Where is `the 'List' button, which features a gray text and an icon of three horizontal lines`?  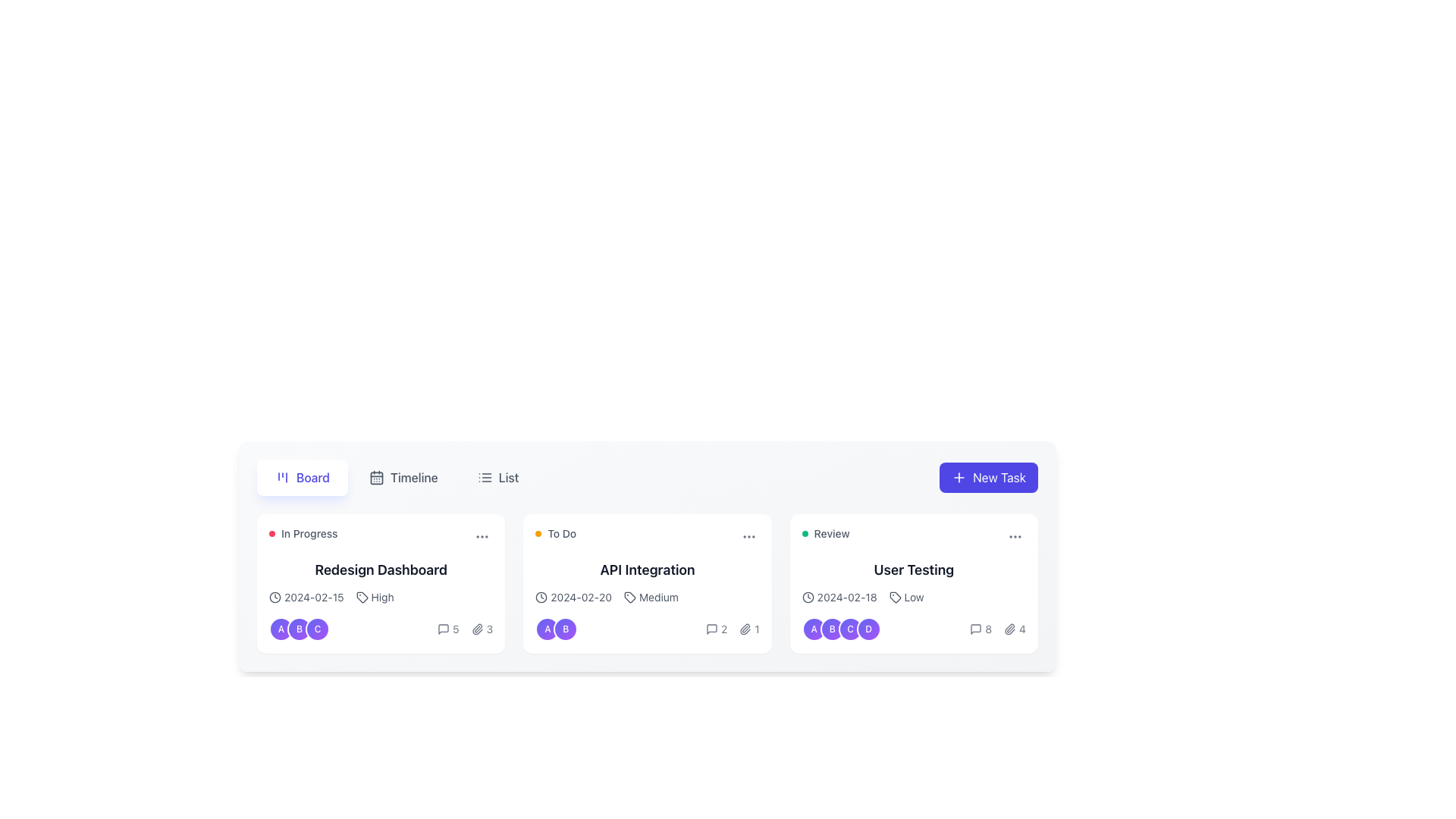 the 'List' button, which features a gray text and an icon of three horizontal lines is located at coordinates (498, 476).